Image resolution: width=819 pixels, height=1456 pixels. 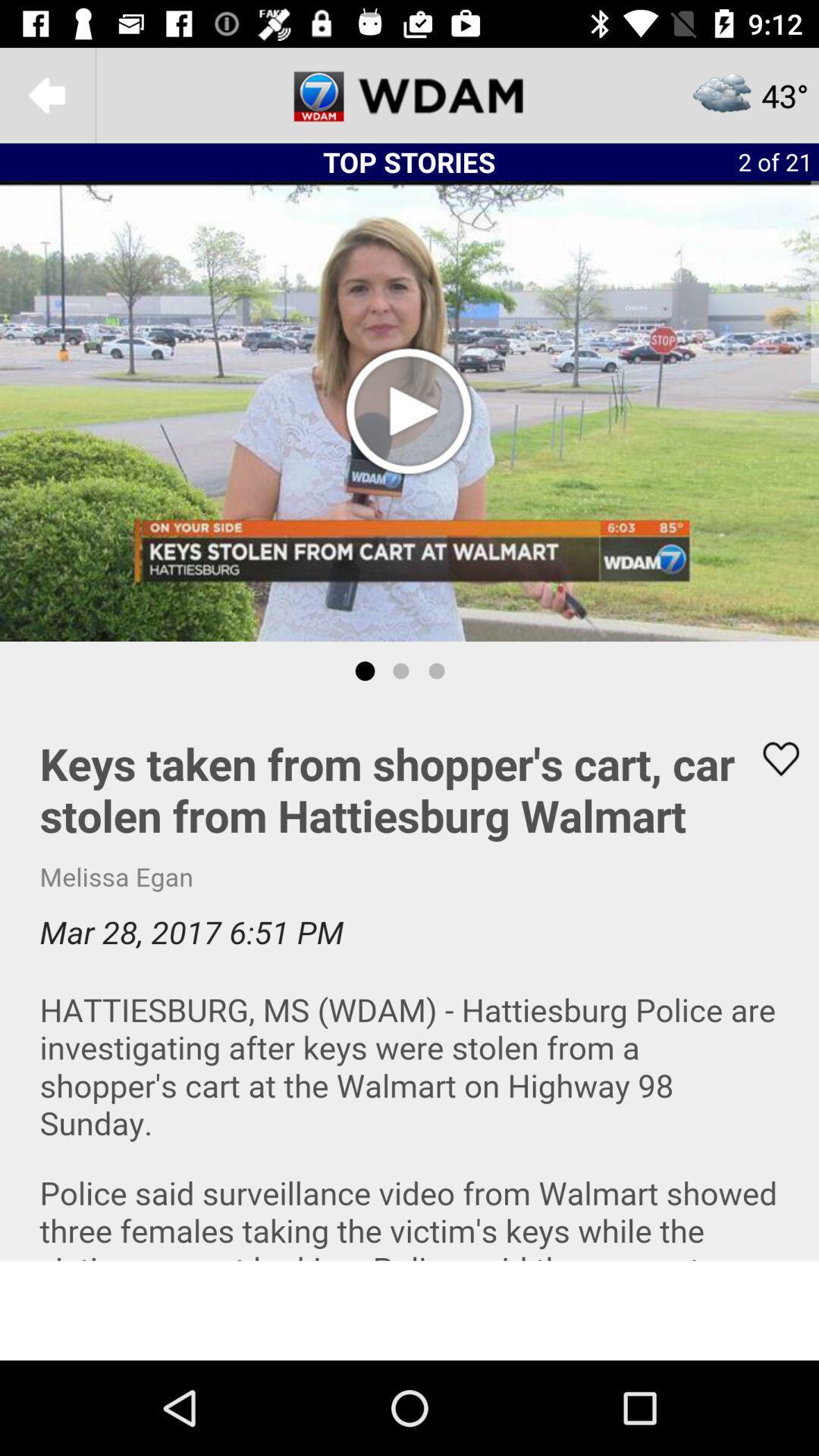 What do you see at coordinates (409, 94) in the screenshot?
I see `news channel` at bounding box center [409, 94].